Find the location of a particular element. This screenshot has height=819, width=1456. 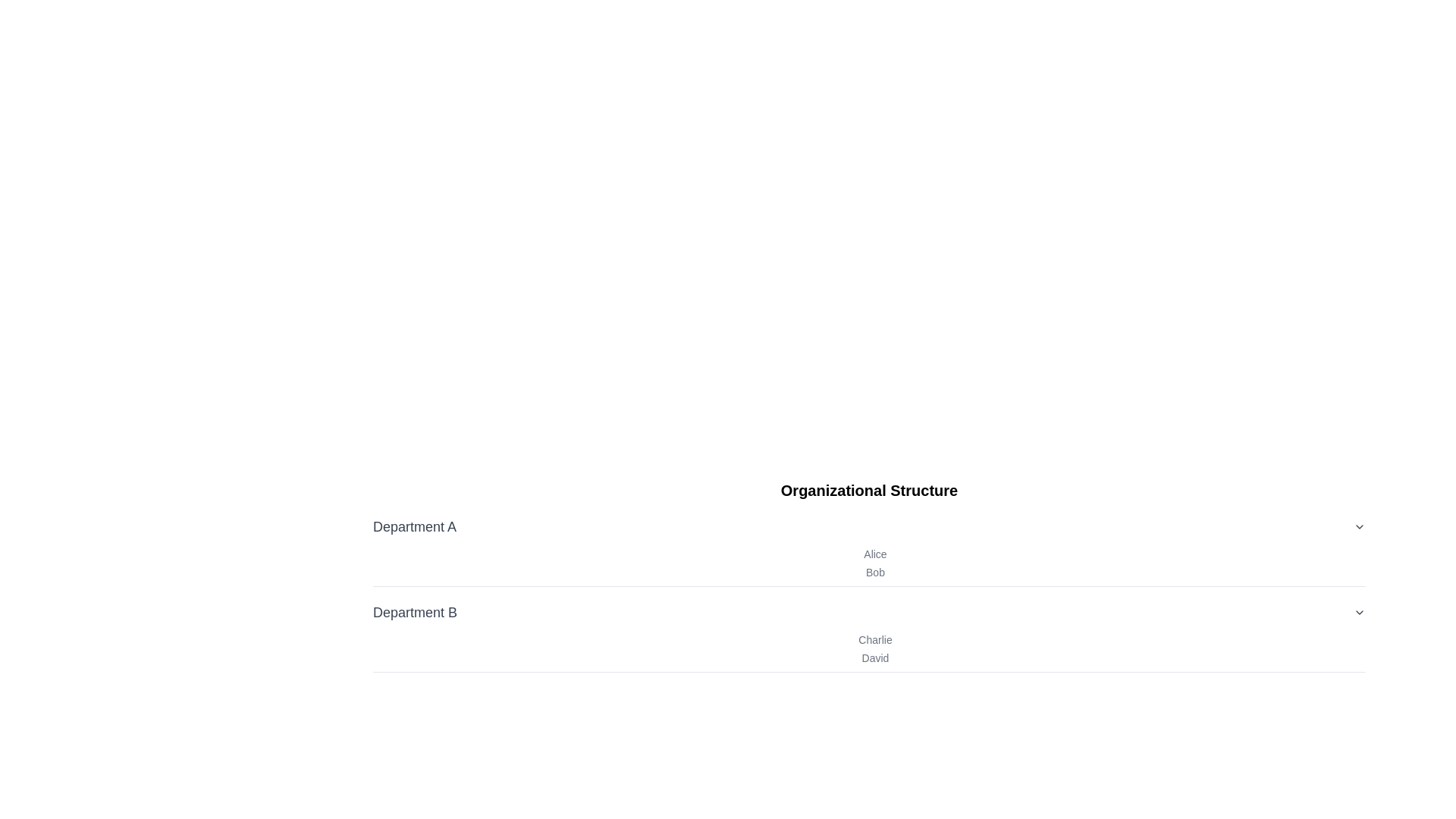

the Dropdown trigger labeled 'Department B' which features a downward chevron is located at coordinates (869, 611).